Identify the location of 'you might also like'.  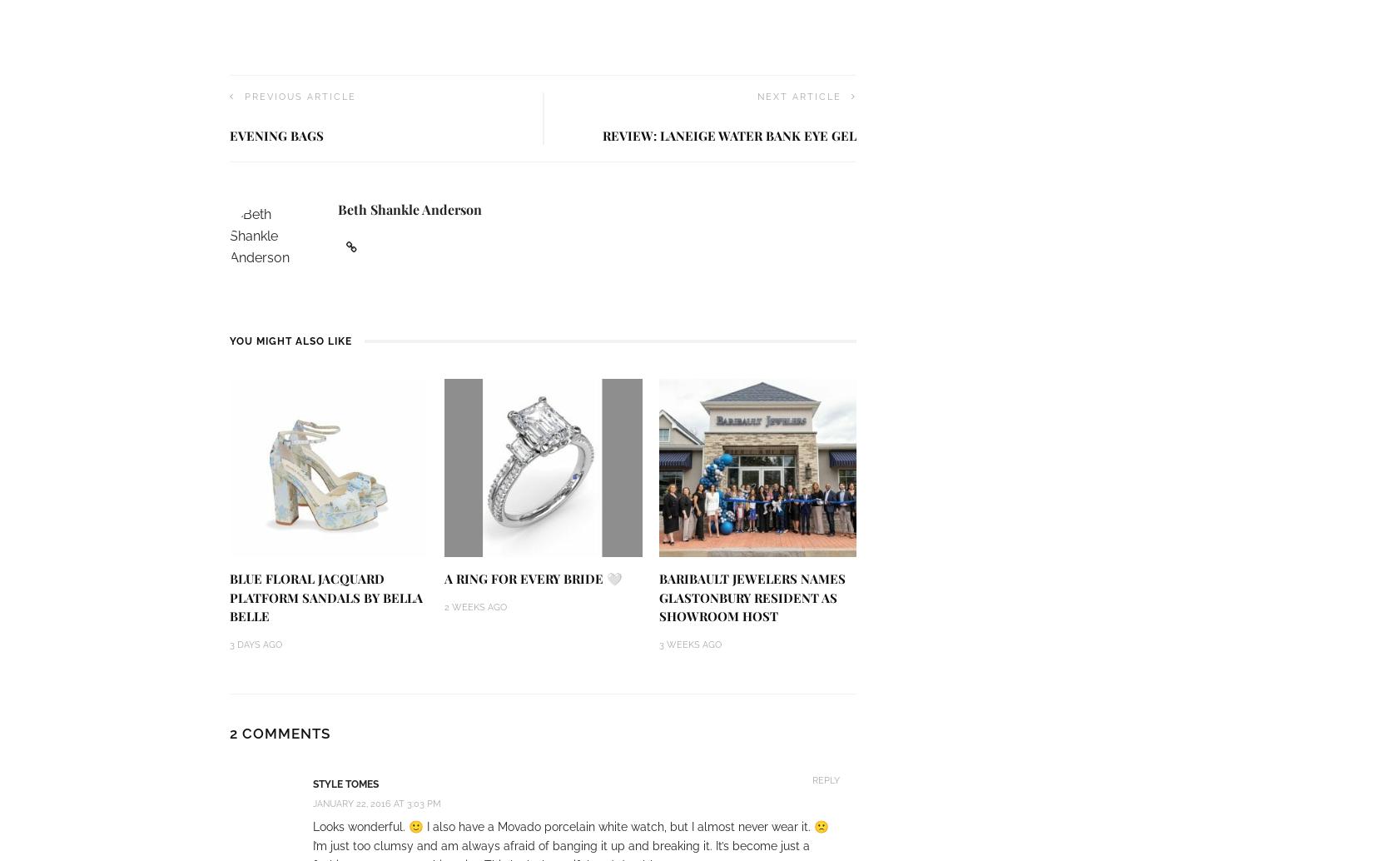
(290, 340).